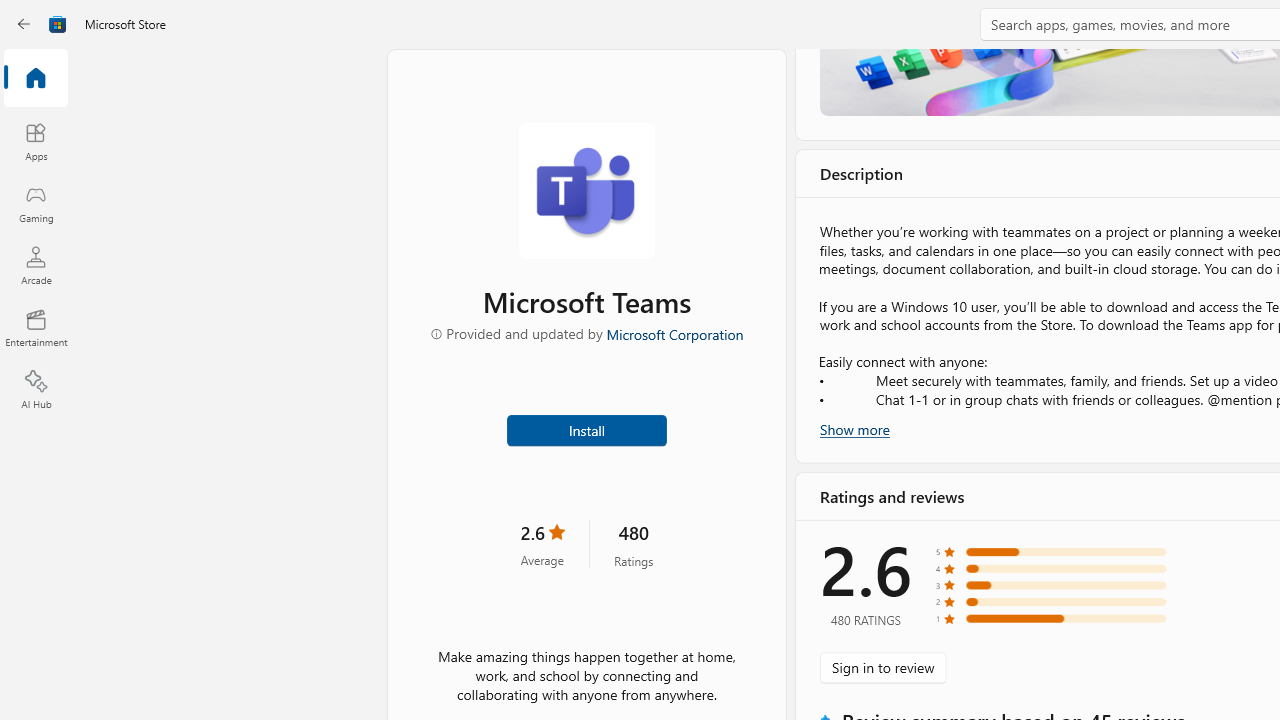  What do you see at coordinates (35, 140) in the screenshot?
I see `'Apps'` at bounding box center [35, 140].